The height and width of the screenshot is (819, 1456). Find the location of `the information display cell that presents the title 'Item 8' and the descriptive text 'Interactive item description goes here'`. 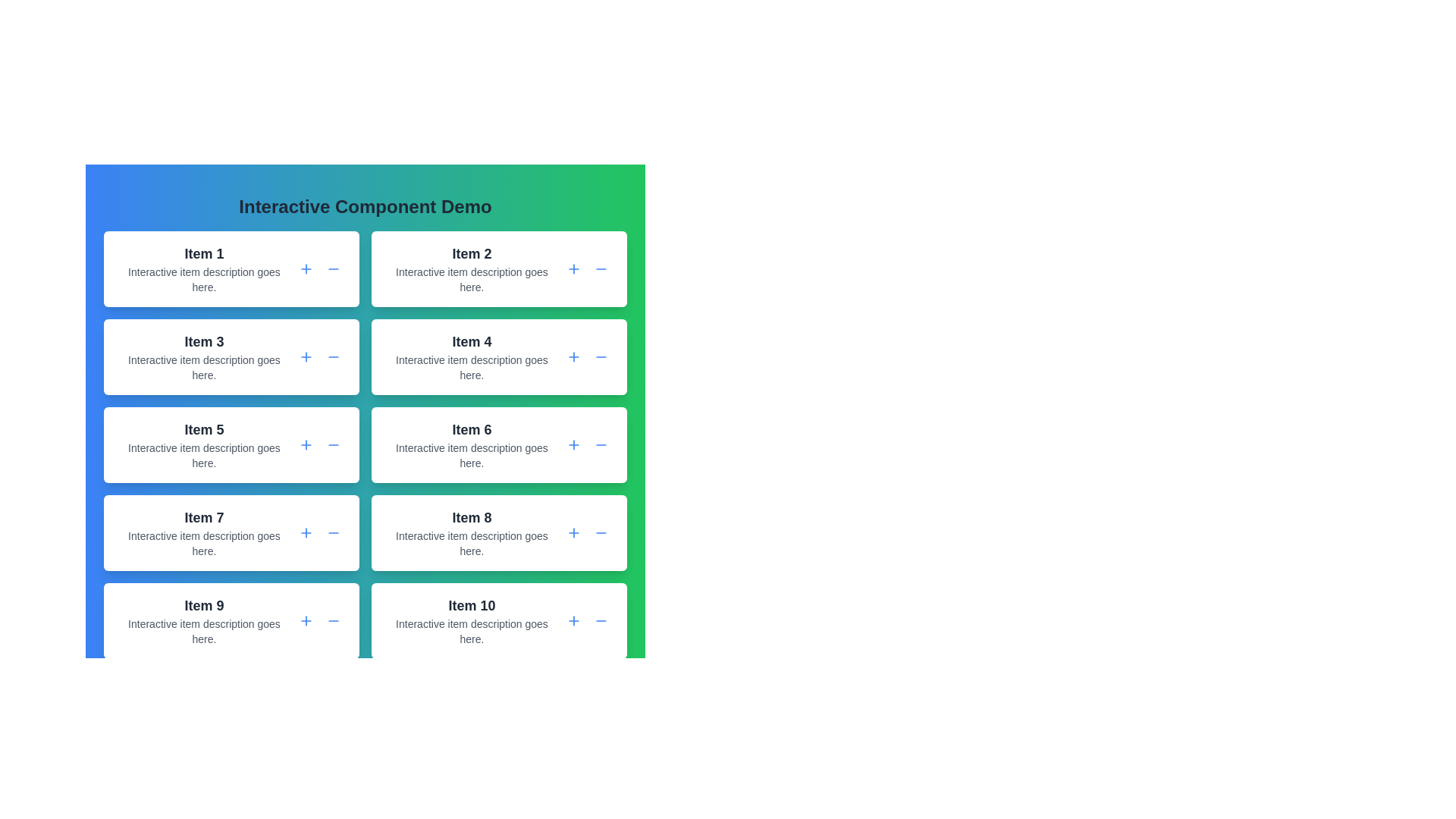

the information display cell that presents the title 'Item 8' and the descriptive text 'Interactive item description goes here' is located at coordinates (471, 532).